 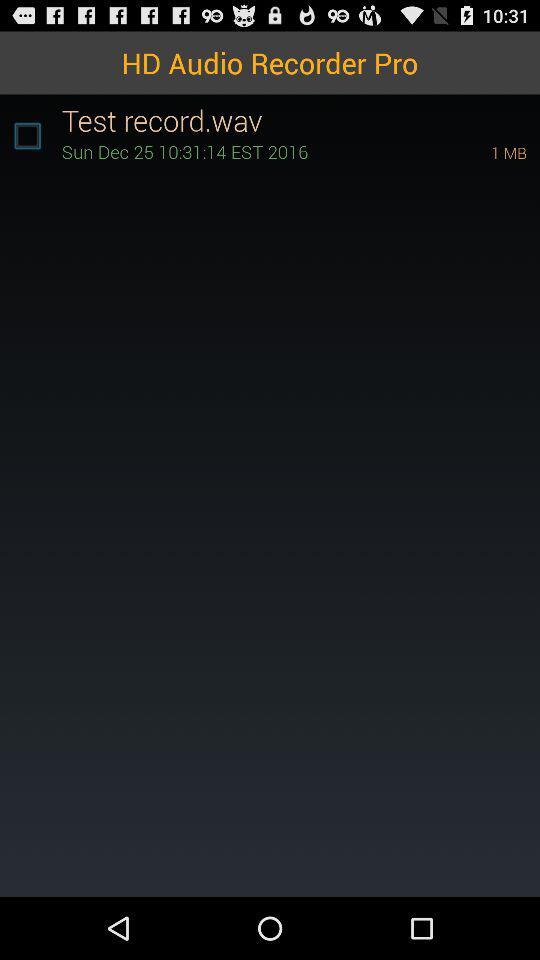 I want to click on test record.wav icon, so click(x=299, y=120).